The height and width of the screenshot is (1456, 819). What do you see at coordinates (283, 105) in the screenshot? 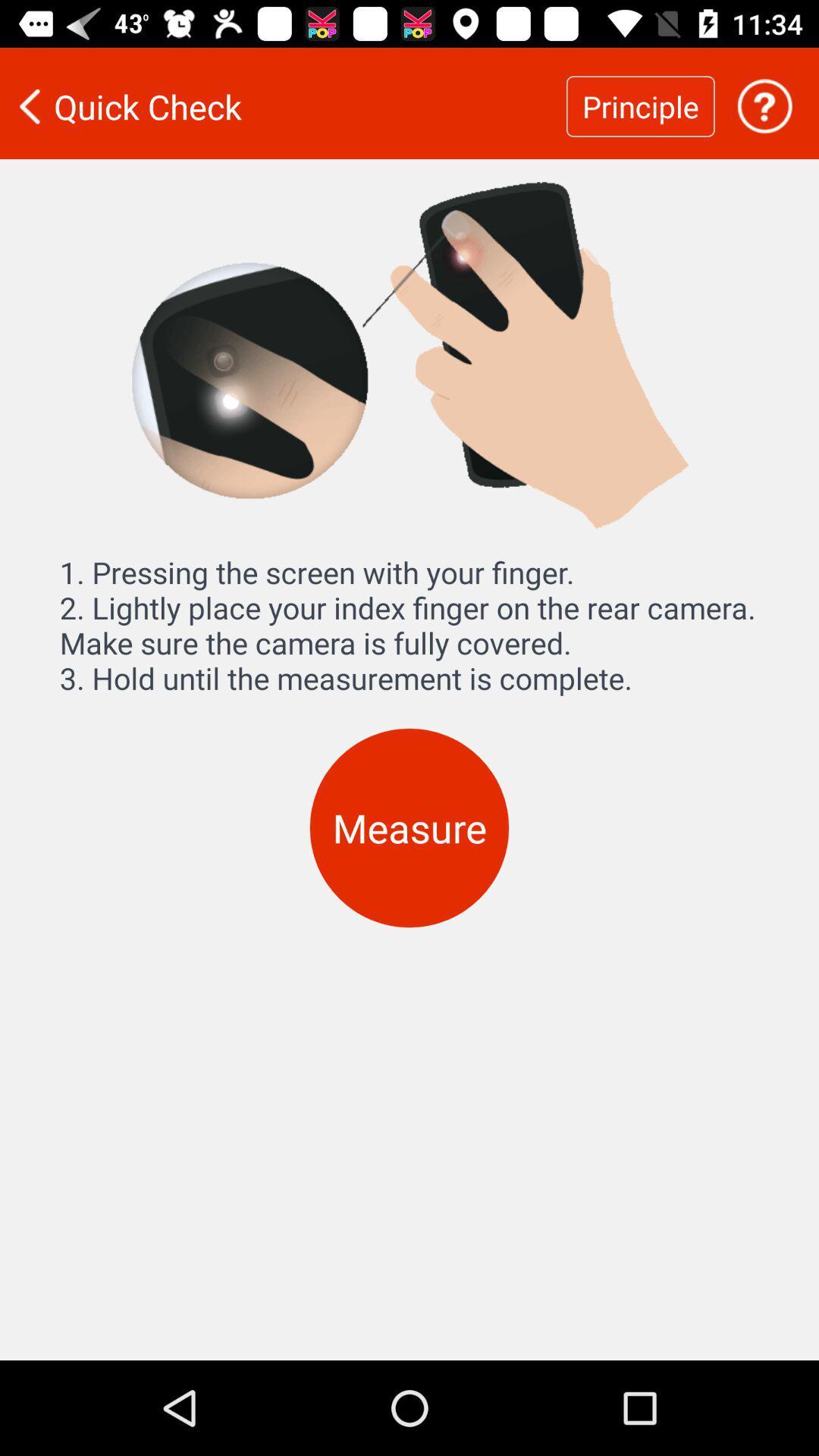
I see `quick check` at bounding box center [283, 105].